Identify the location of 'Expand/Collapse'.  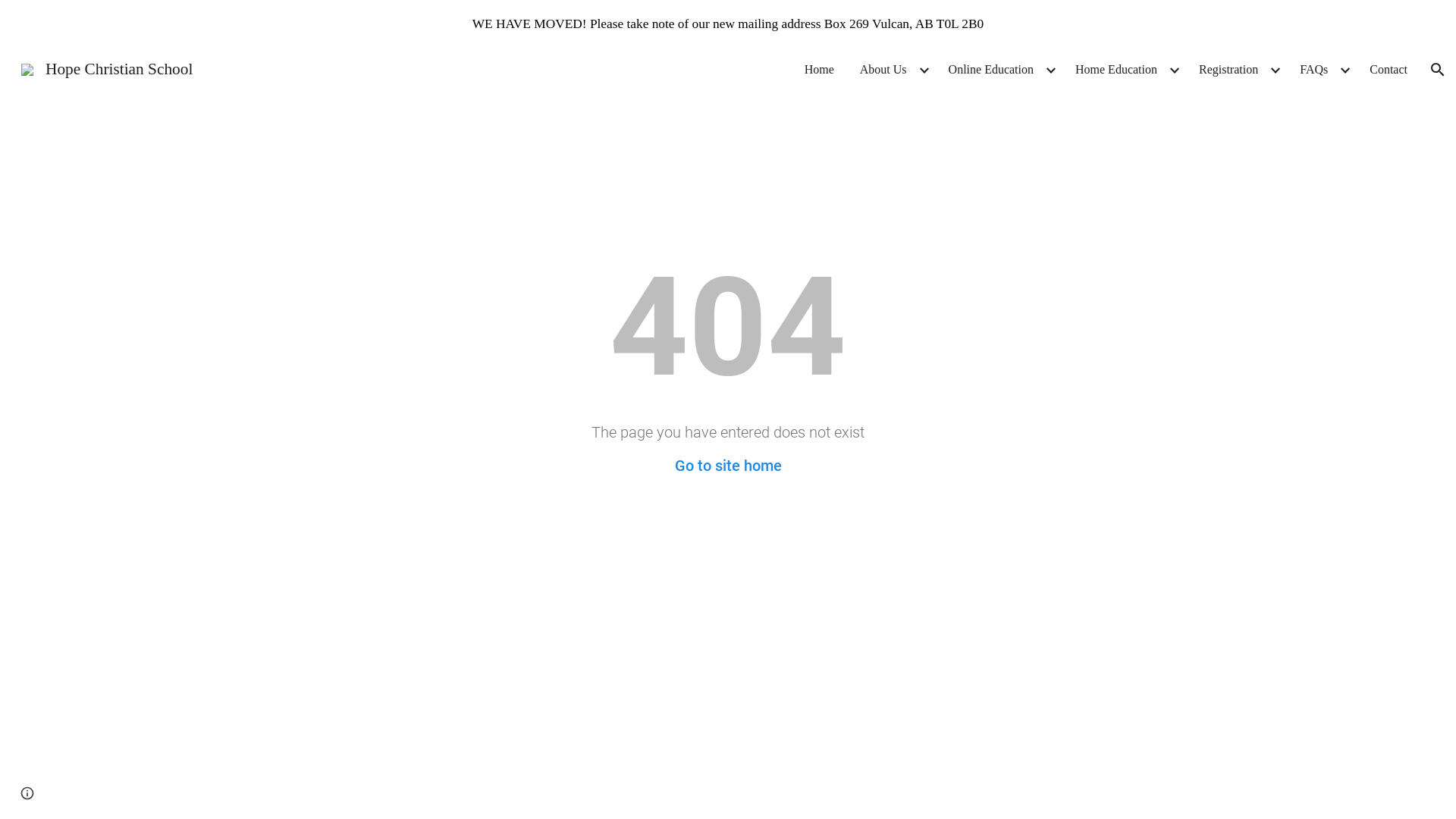
(923, 70).